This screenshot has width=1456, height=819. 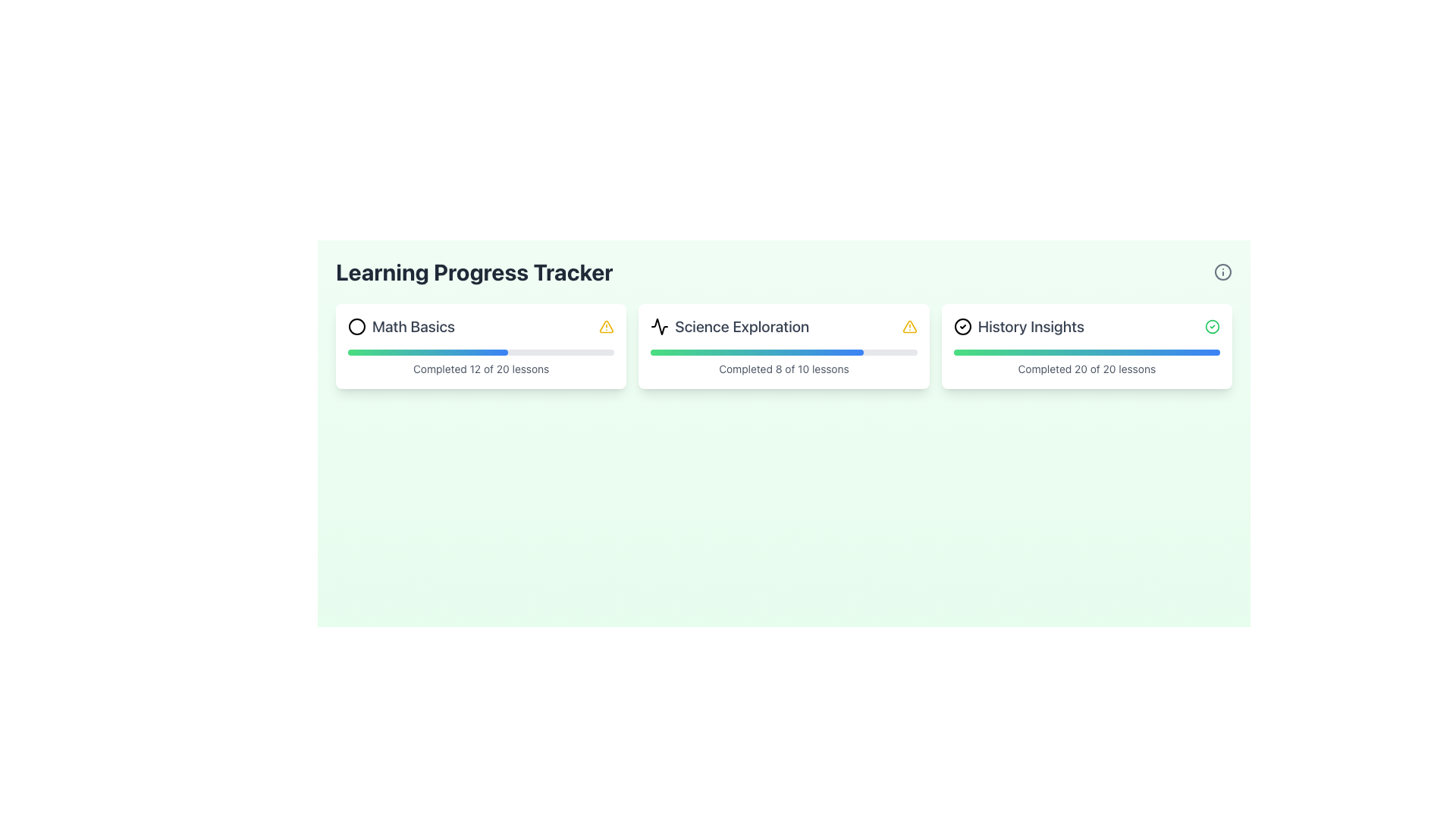 I want to click on the progress bar of the 'Math Basics' informational card, which is the leftmost card in a row of three cards, so click(x=480, y=346).